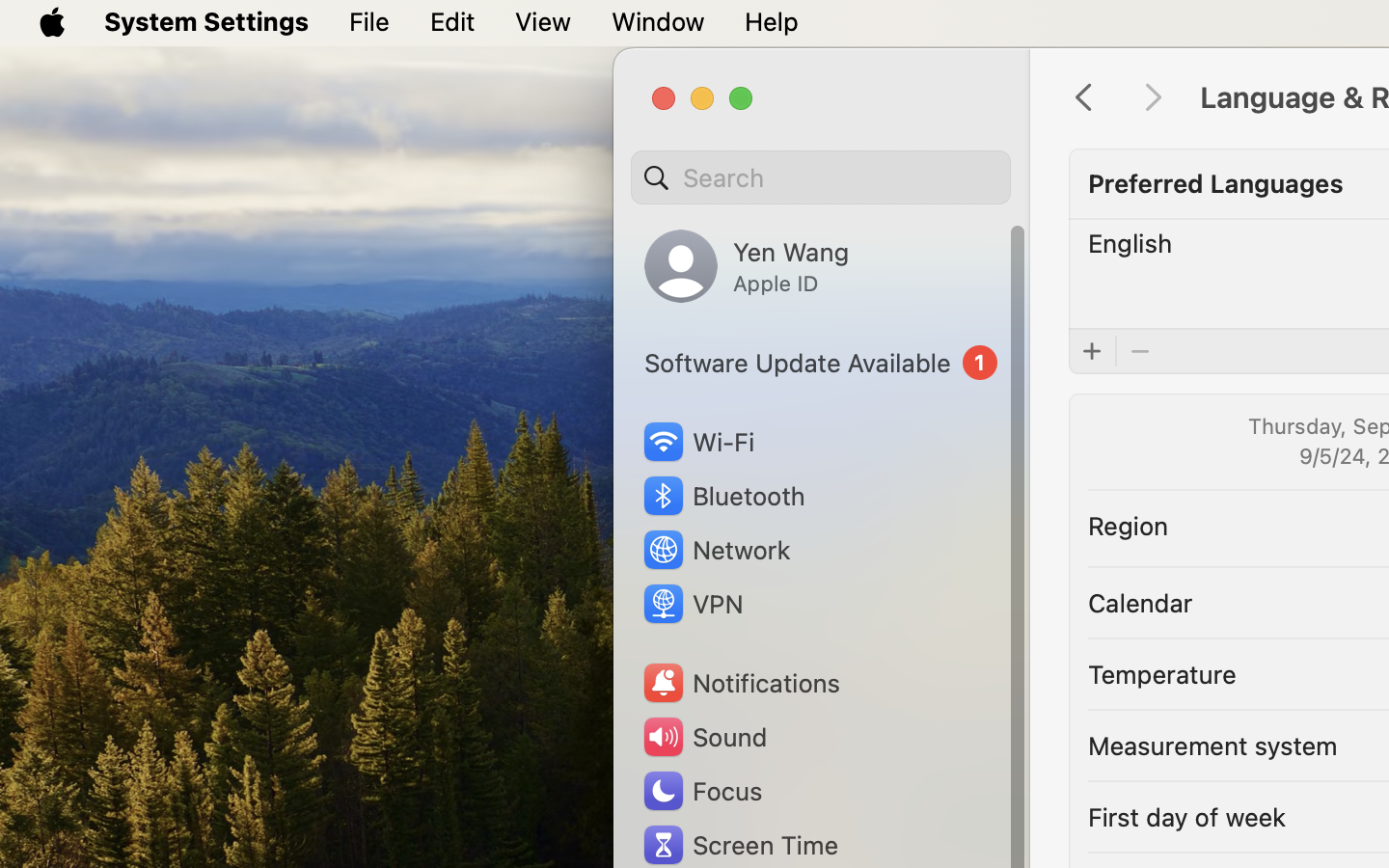  What do you see at coordinates (1211, 744) in the screenshot?
I see `'Measurement system'` at bounding box center [1211, 744].